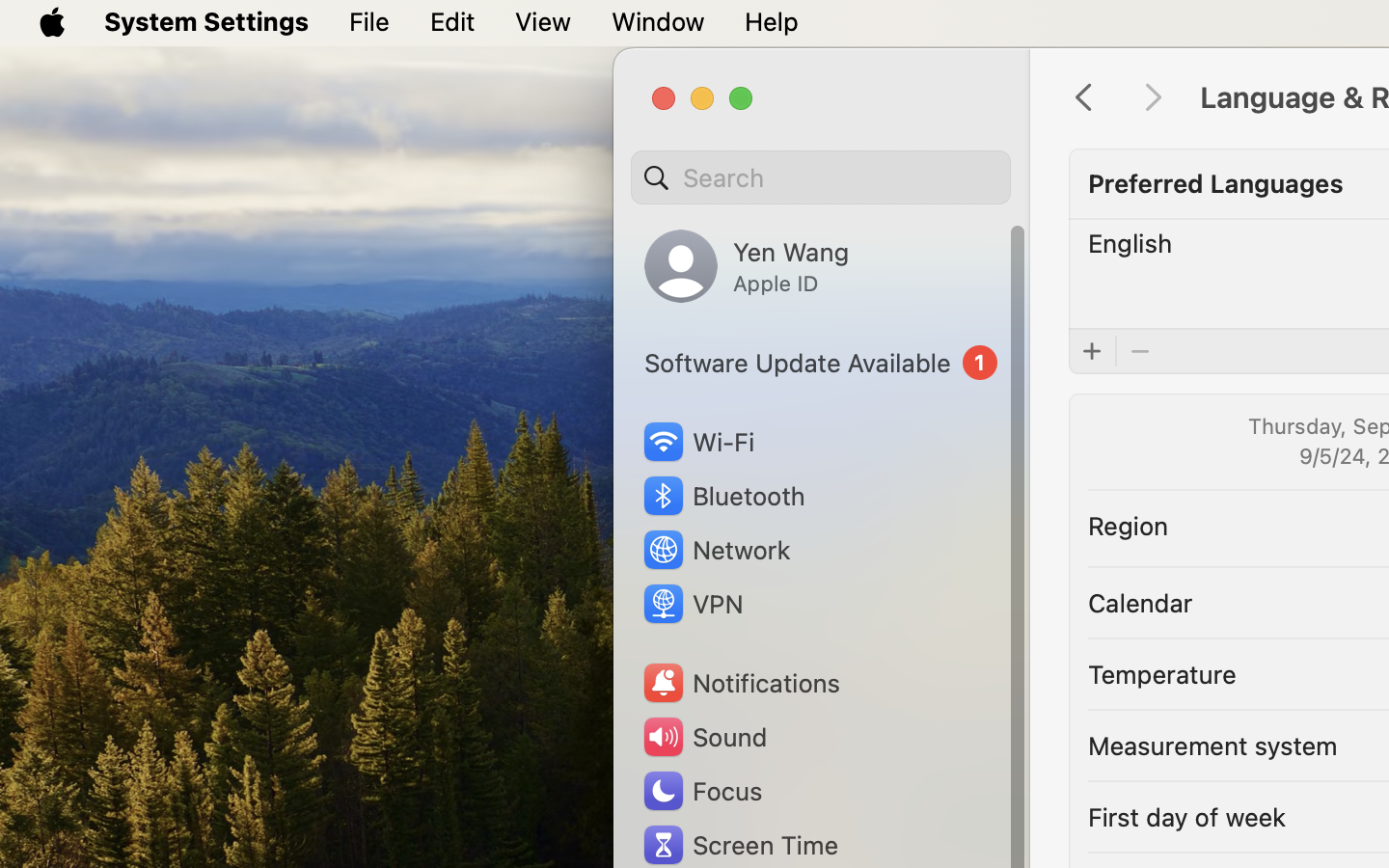  What do you see at coordinates (1211, 744) in the screenshot?
I see `'Measurement system'` at bounding box center [1211, 744].